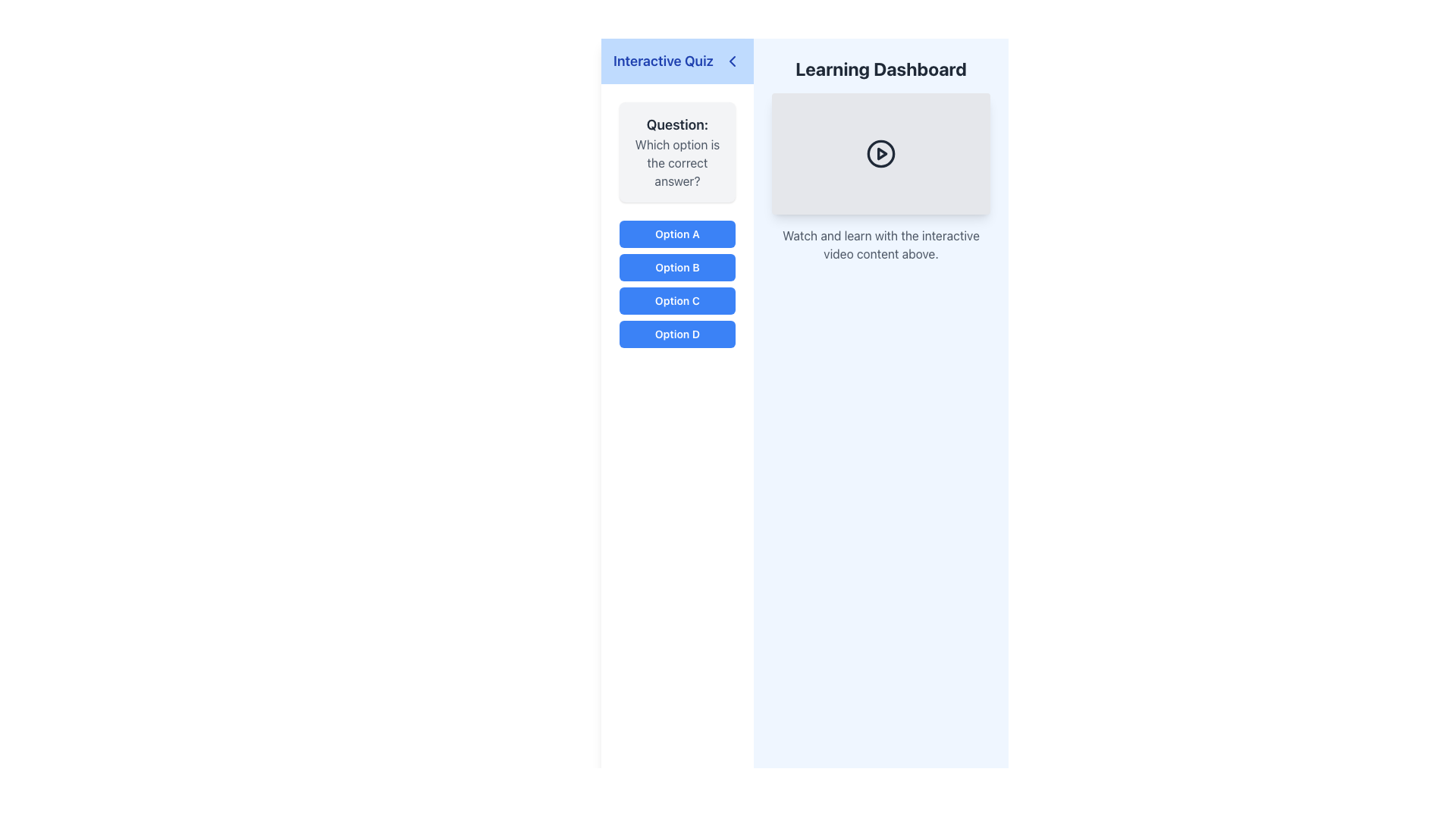 Image resolution: width=1456 pixels, height=819 pixels. Describe the element at coordinates (676, 301) in the screenshot. I see `the button labeled 'Option C' in the quiz interface` at that location.